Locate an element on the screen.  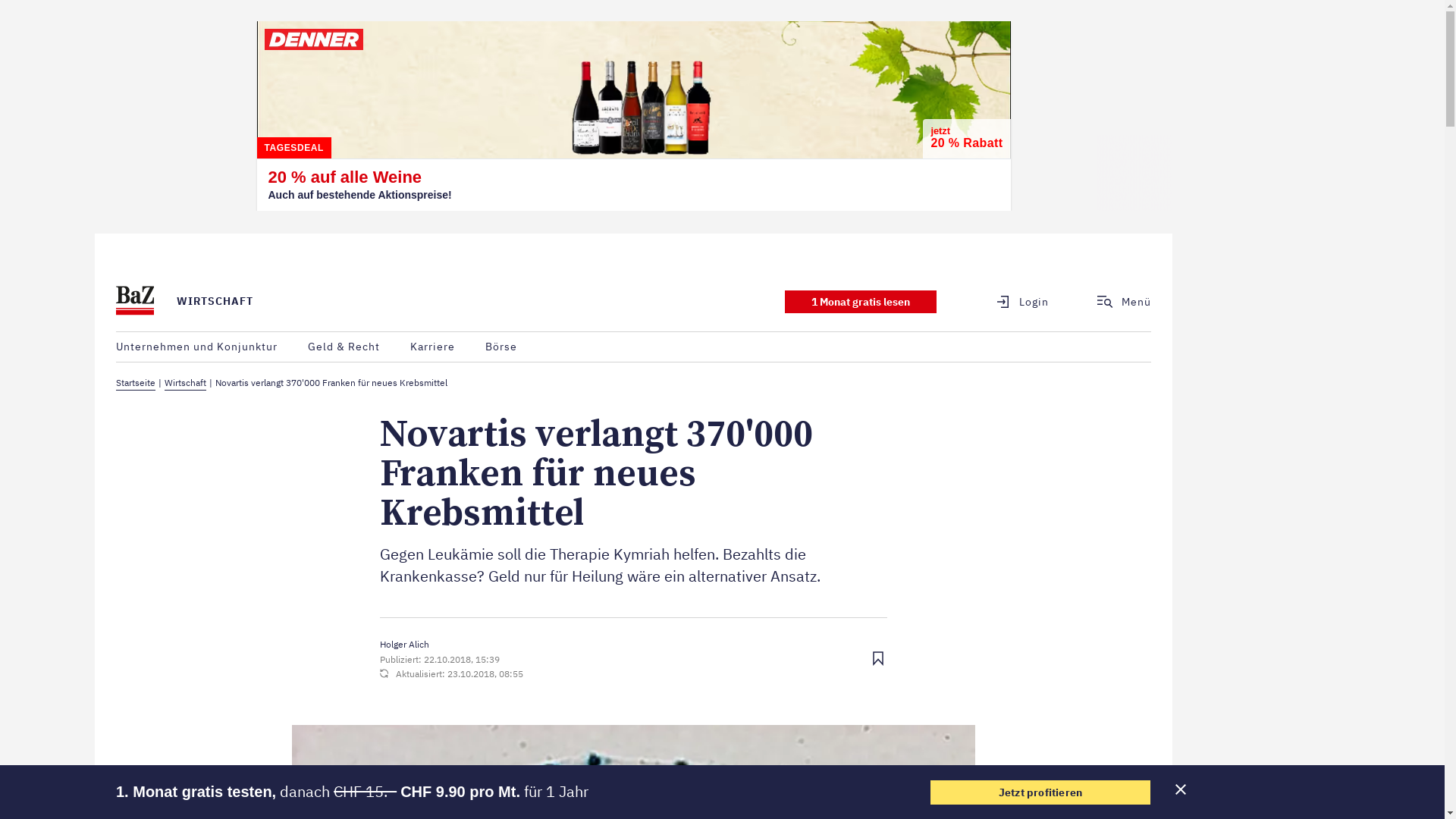
'Unternehmen und Konjunktur' is located at coordinates (115, 347).